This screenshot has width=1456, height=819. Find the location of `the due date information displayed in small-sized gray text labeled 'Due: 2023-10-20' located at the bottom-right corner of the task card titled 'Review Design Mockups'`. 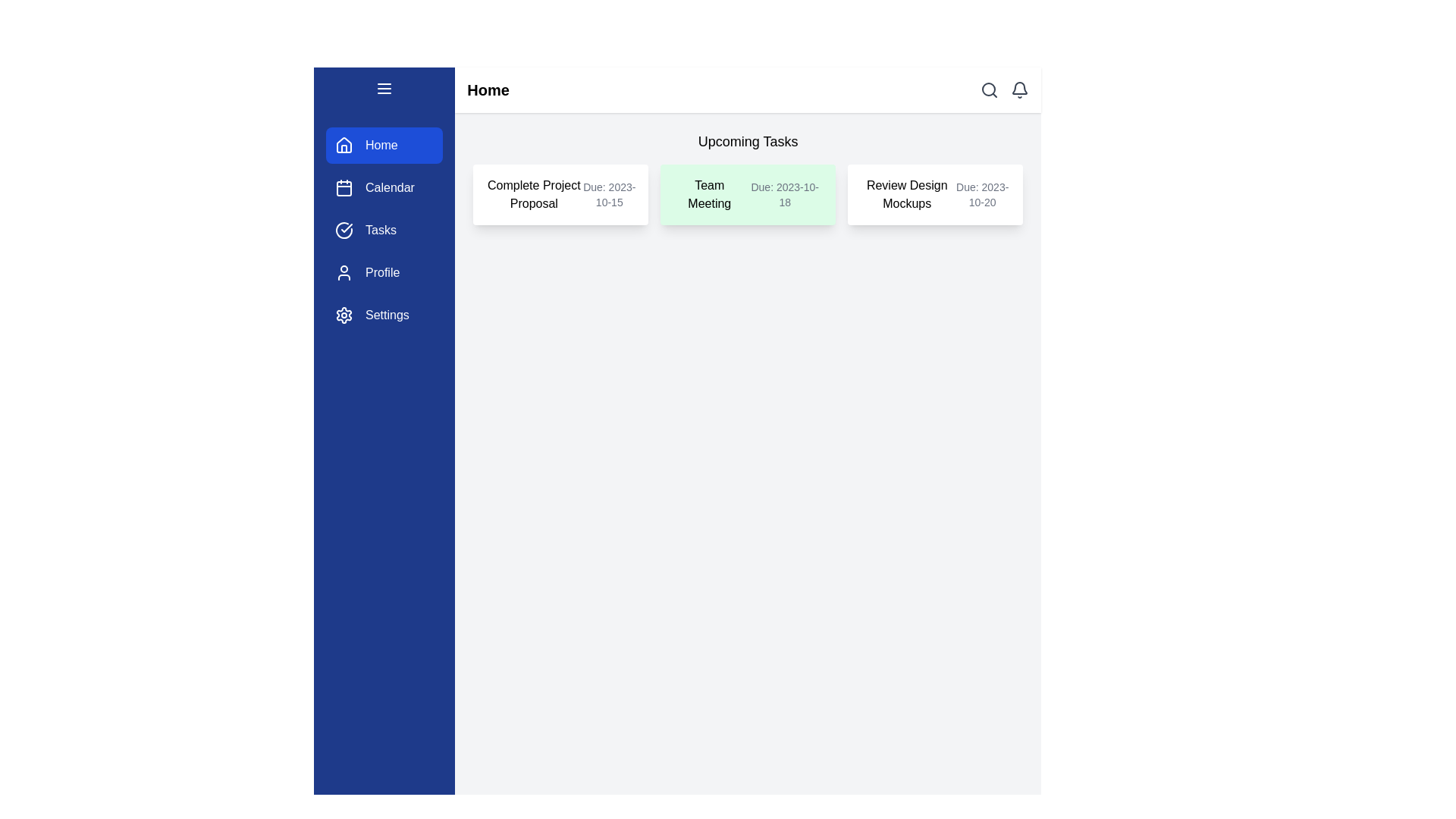

the due date information displayed in small-sized gray text labeled 'Due: 2023-10-20' located at the bottom-right corner of the task card titled 'Review Design Mockups' is located at coordinates (982, 194).